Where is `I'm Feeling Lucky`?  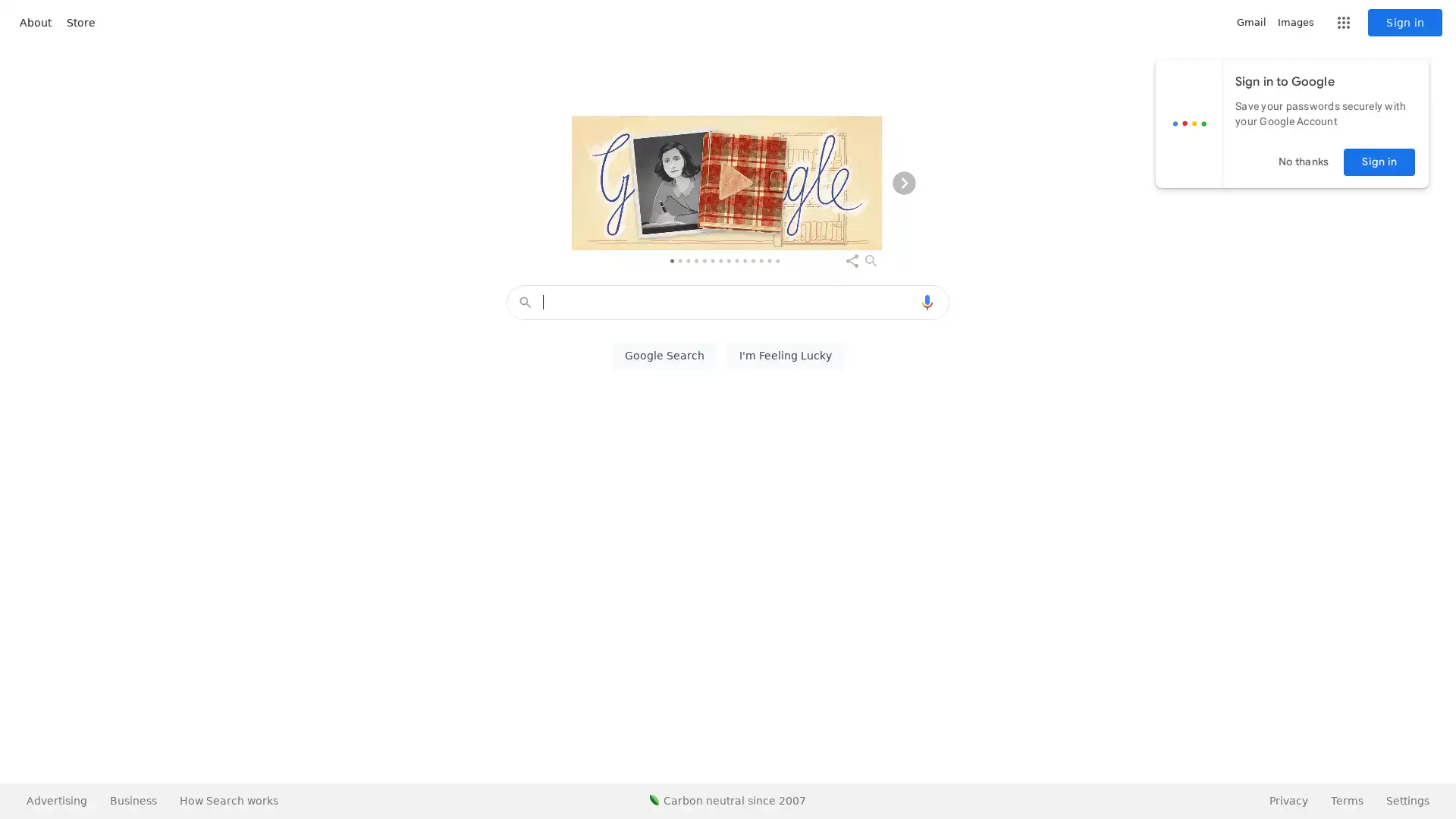 I'm Feeling Lucky is located at coordinates (785, 356).